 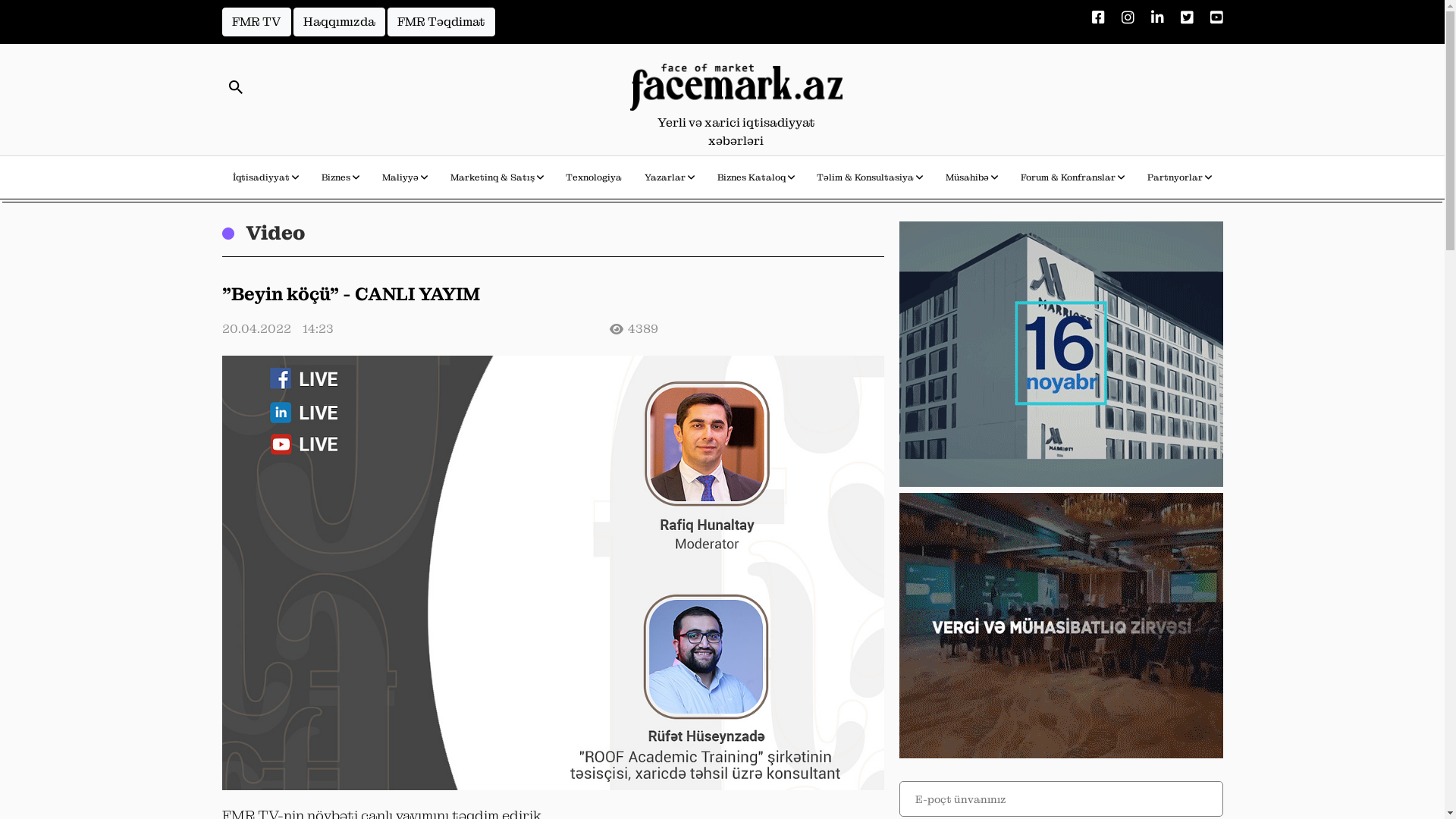 What do you see at coordinates (256, 22) in the screenshot?
I see `'FMR TV'` at bounding box center [256, 22].